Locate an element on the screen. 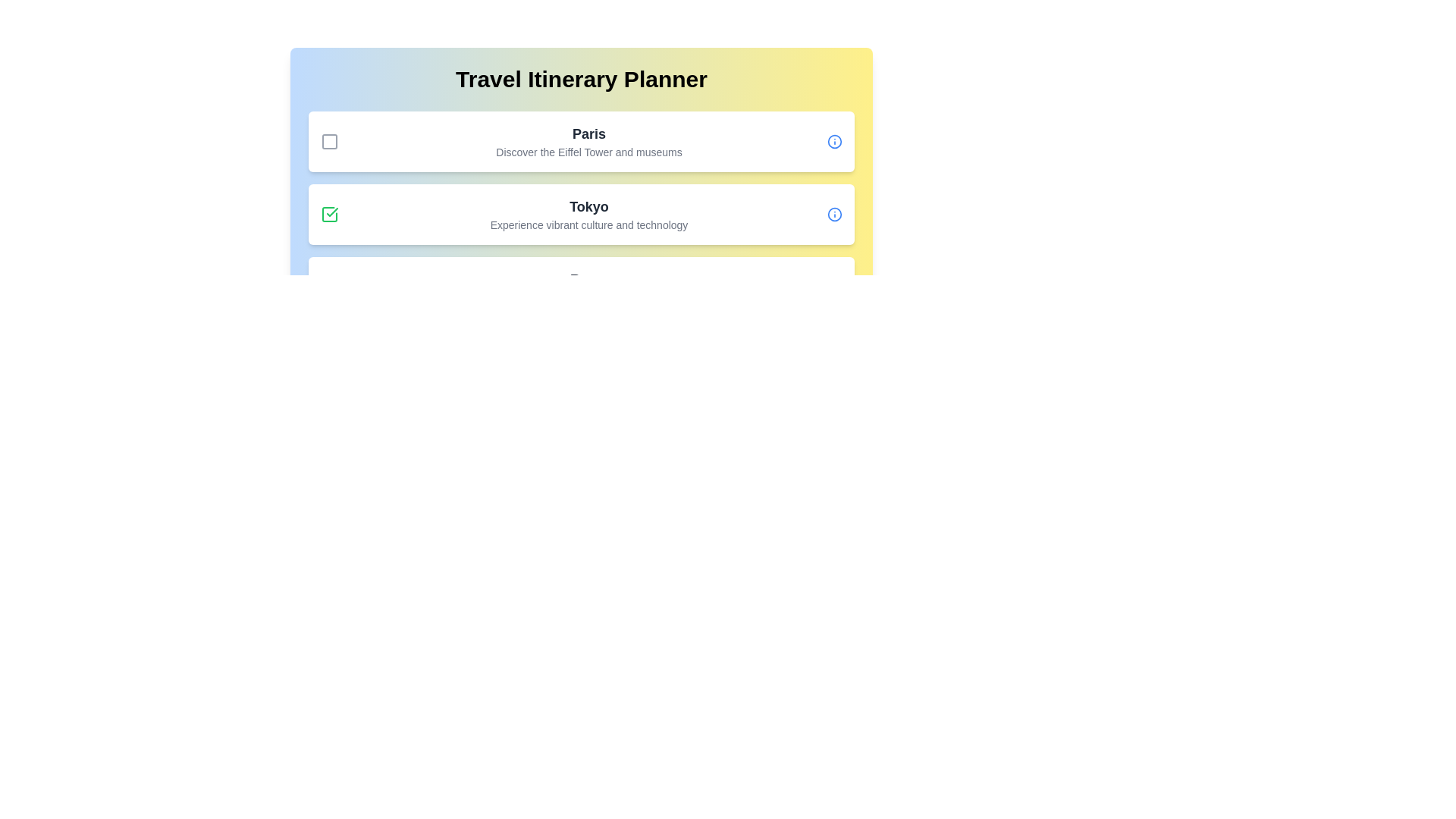  the informational icon located at the far right of the card featuring the text 'Tokyo', aligned vertically with the center of the text is located at coordinates (833, 214).